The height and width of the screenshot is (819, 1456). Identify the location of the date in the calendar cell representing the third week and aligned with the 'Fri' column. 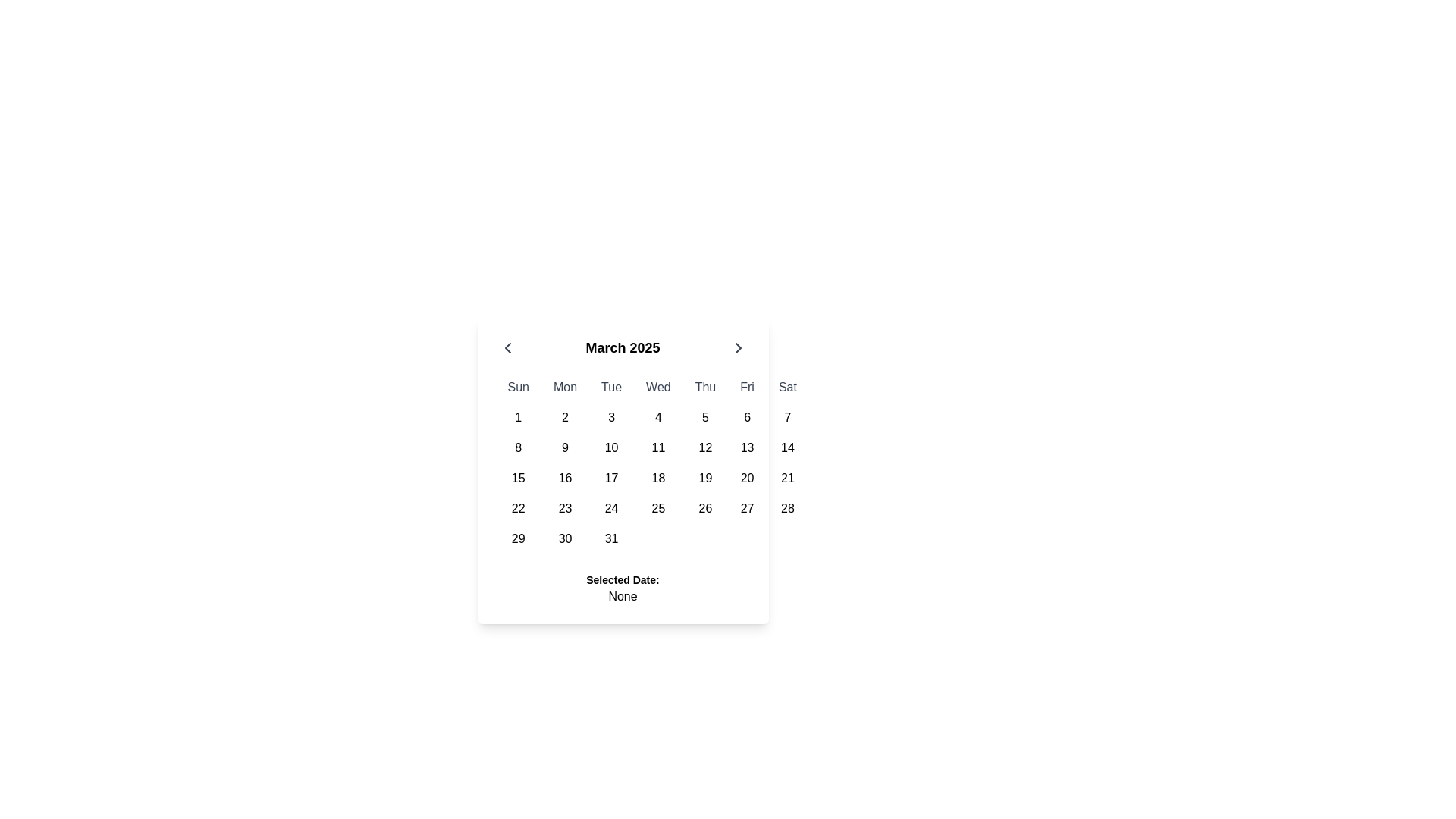
(652, 479).